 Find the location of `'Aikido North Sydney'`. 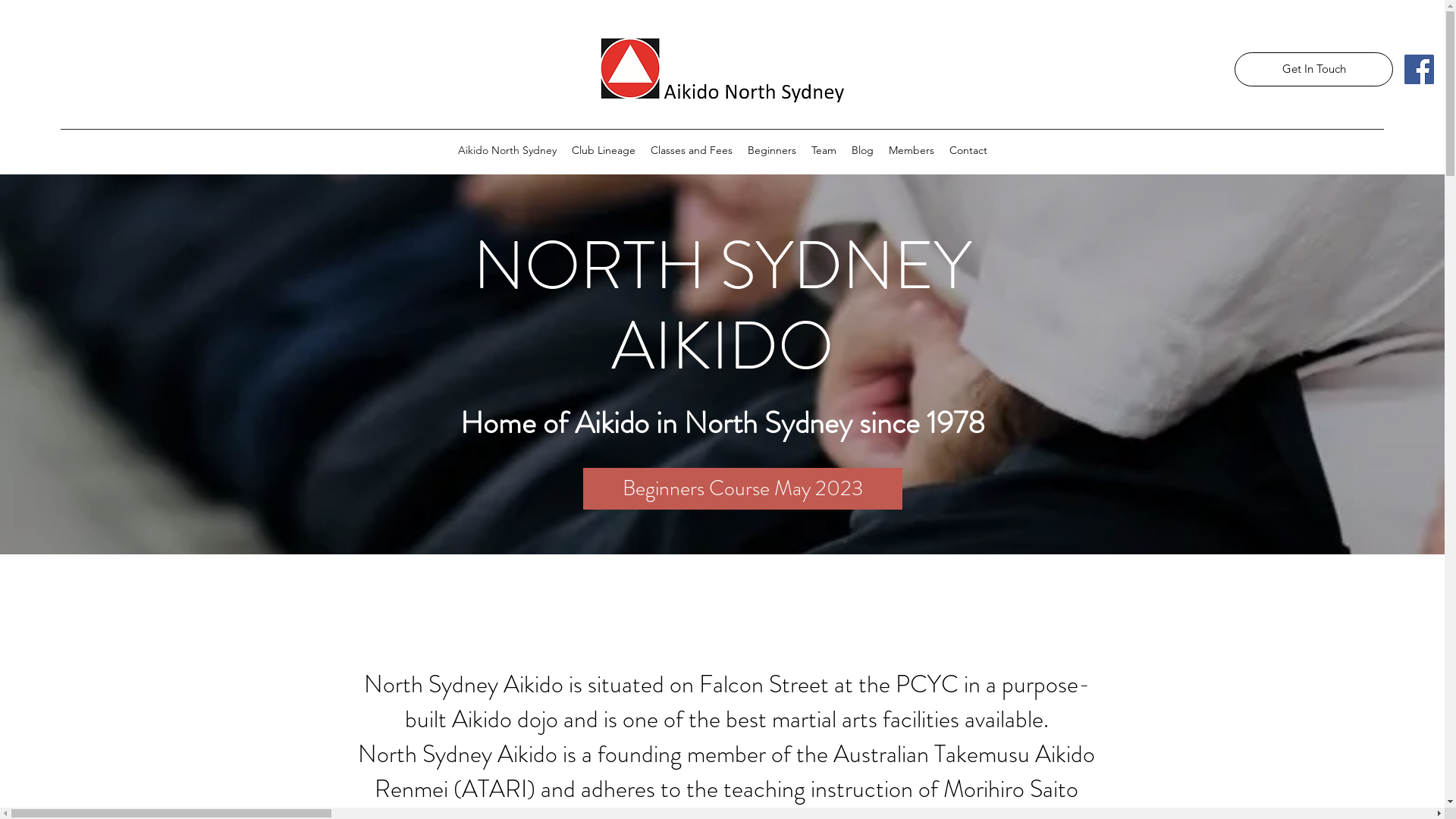

'Aikido North Sydney' is located at coordinates (507, 150).